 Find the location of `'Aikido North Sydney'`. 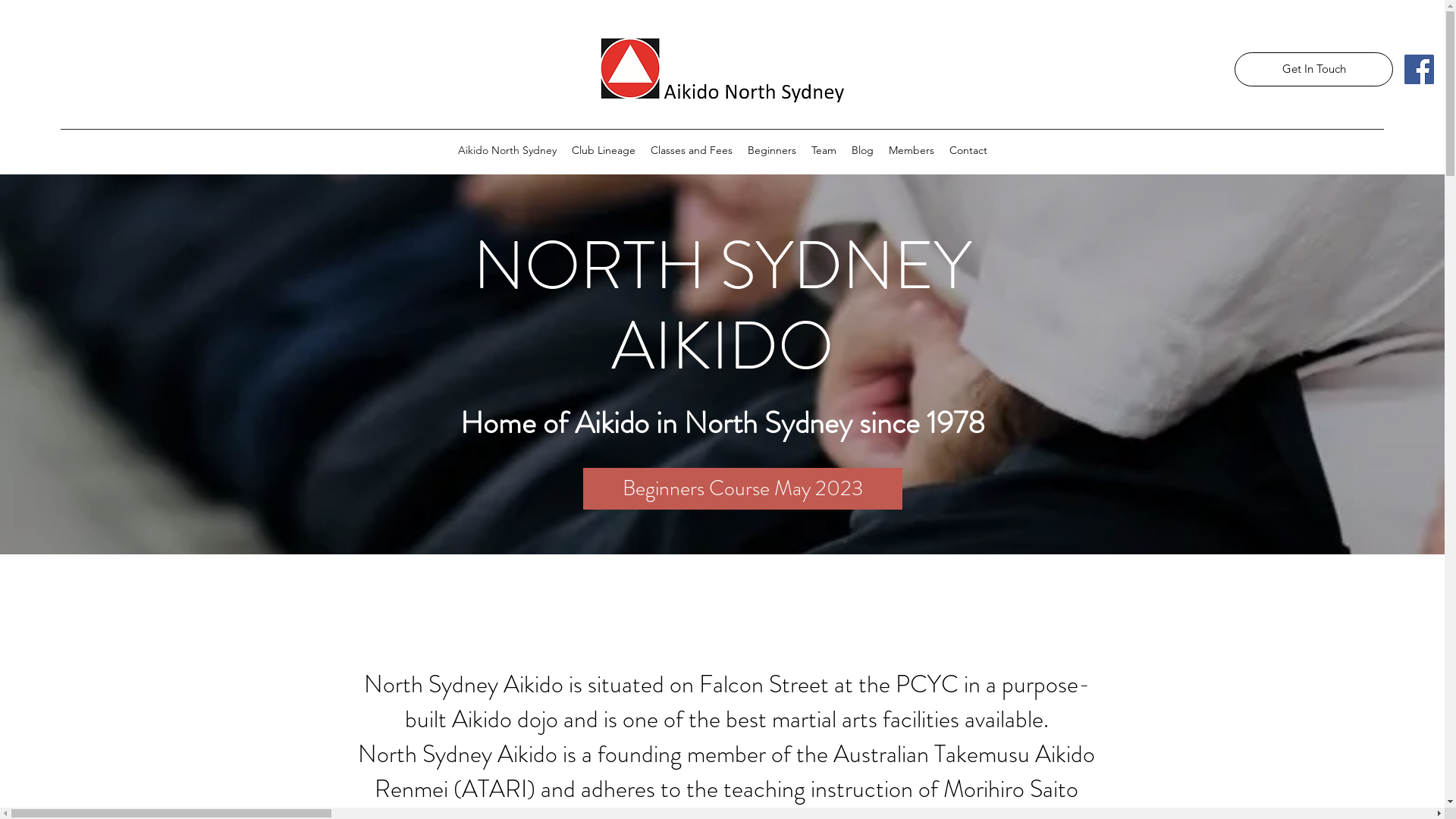

'Aikido North Sydney' is located at coordinates (507, 150).